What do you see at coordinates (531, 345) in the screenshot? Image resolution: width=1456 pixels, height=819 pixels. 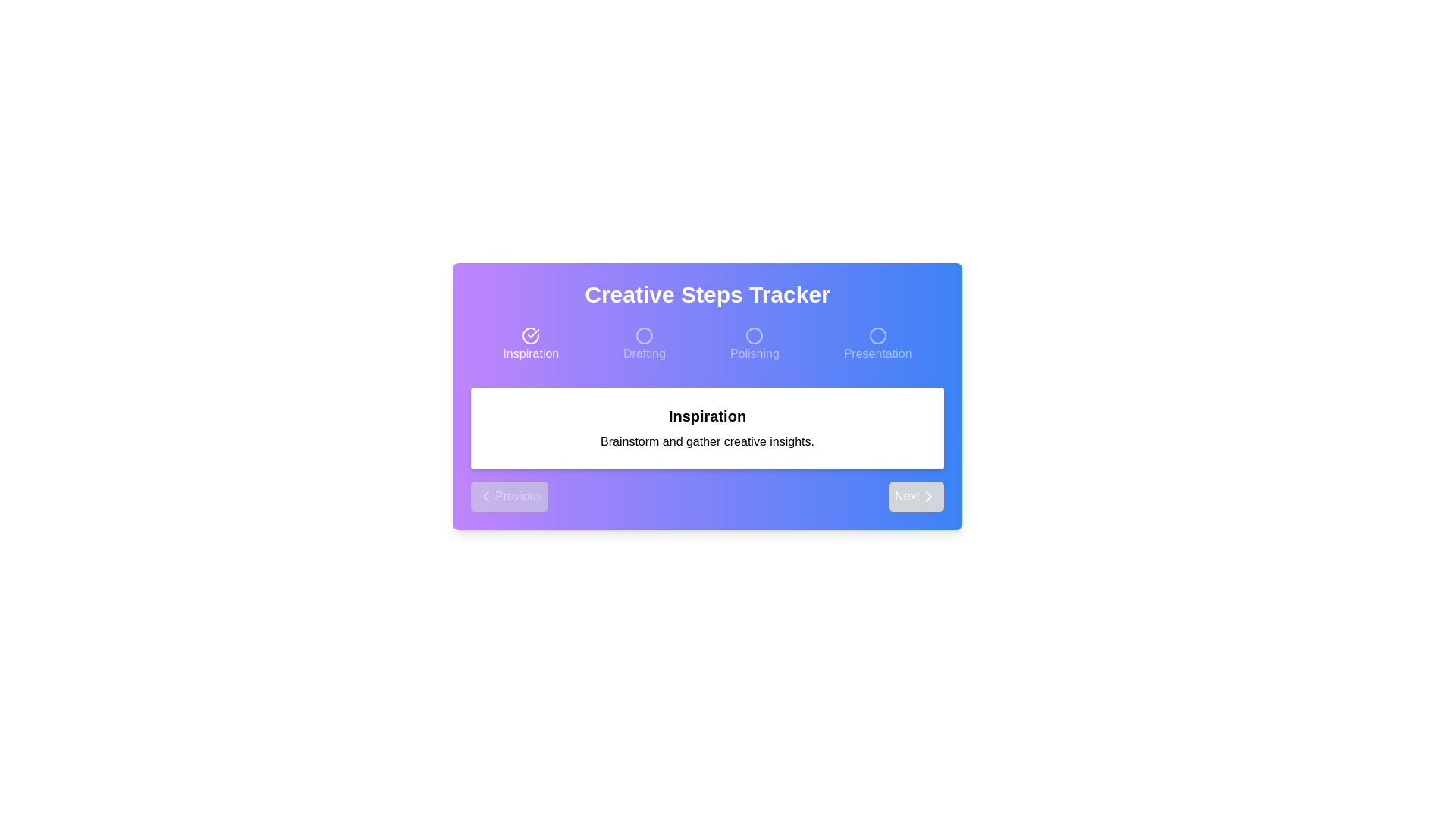 I see `the step circle corresponding to Inspiration to view its details` at bounding box center [531, 345].